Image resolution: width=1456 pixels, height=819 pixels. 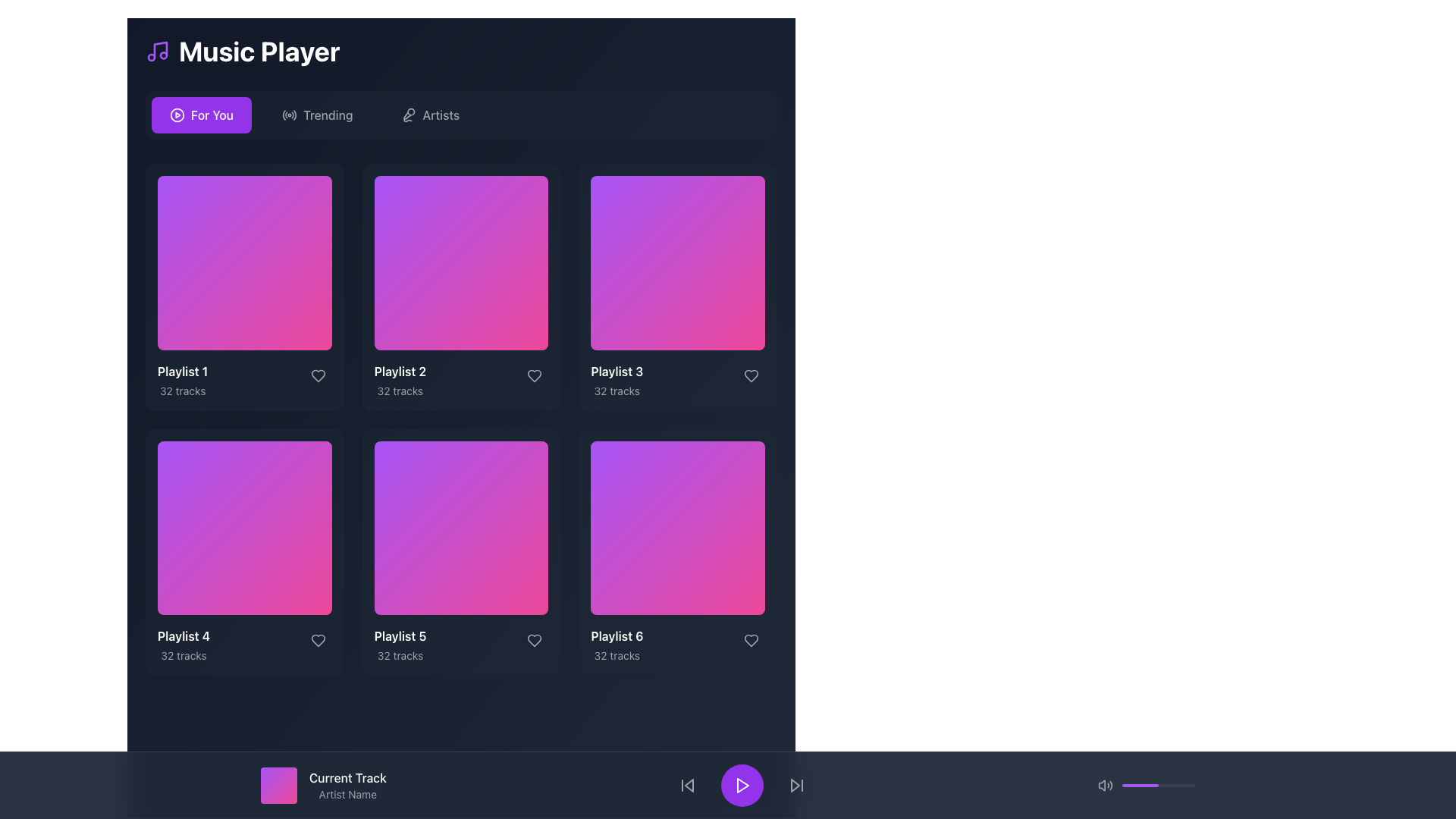 What do you see at coordinates (535, 641) in the screenshot?
I see `the heart icon button located to the right of the 'Playlist 5' label in the fifth card of the playlist grid` at bounding box center [535, 641].